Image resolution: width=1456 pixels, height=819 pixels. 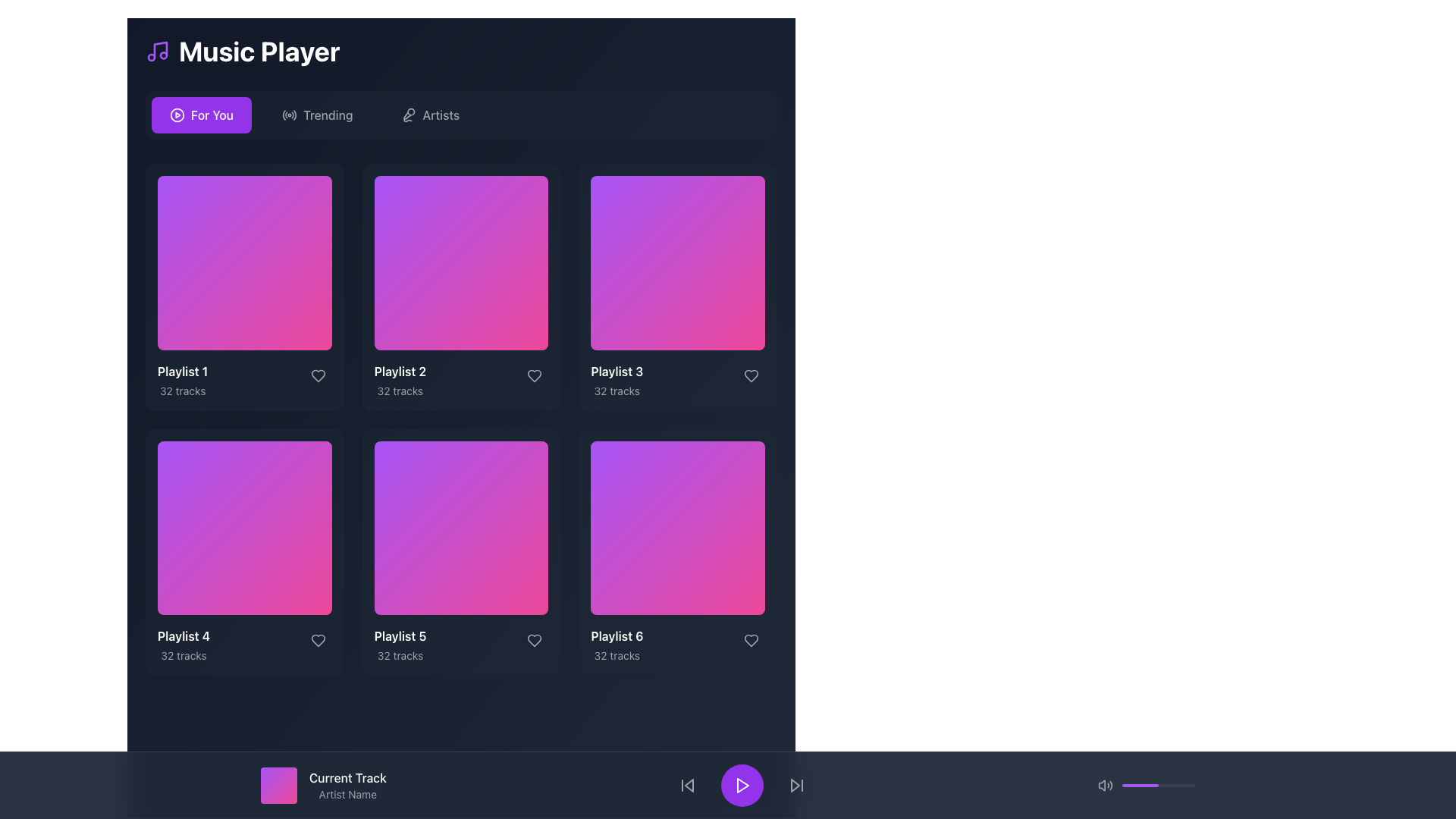 What do you see at coordinates (535, 641) in the screenshot?
I see `the heart icon button located to the right of the 'Playlist 5' label in the fifth card of the playlist grid` at bounding box center [535, 641].